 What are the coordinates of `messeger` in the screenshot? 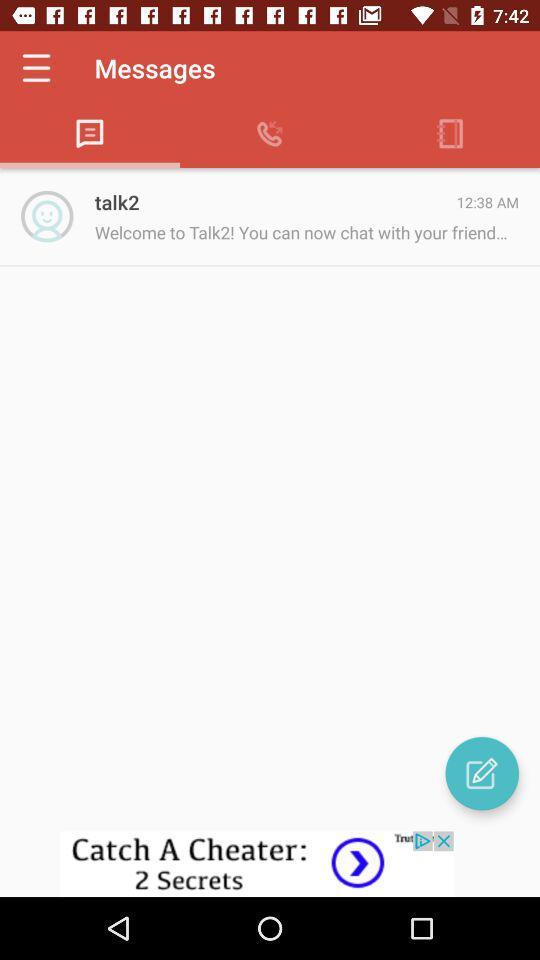 It's located at (481, 772).